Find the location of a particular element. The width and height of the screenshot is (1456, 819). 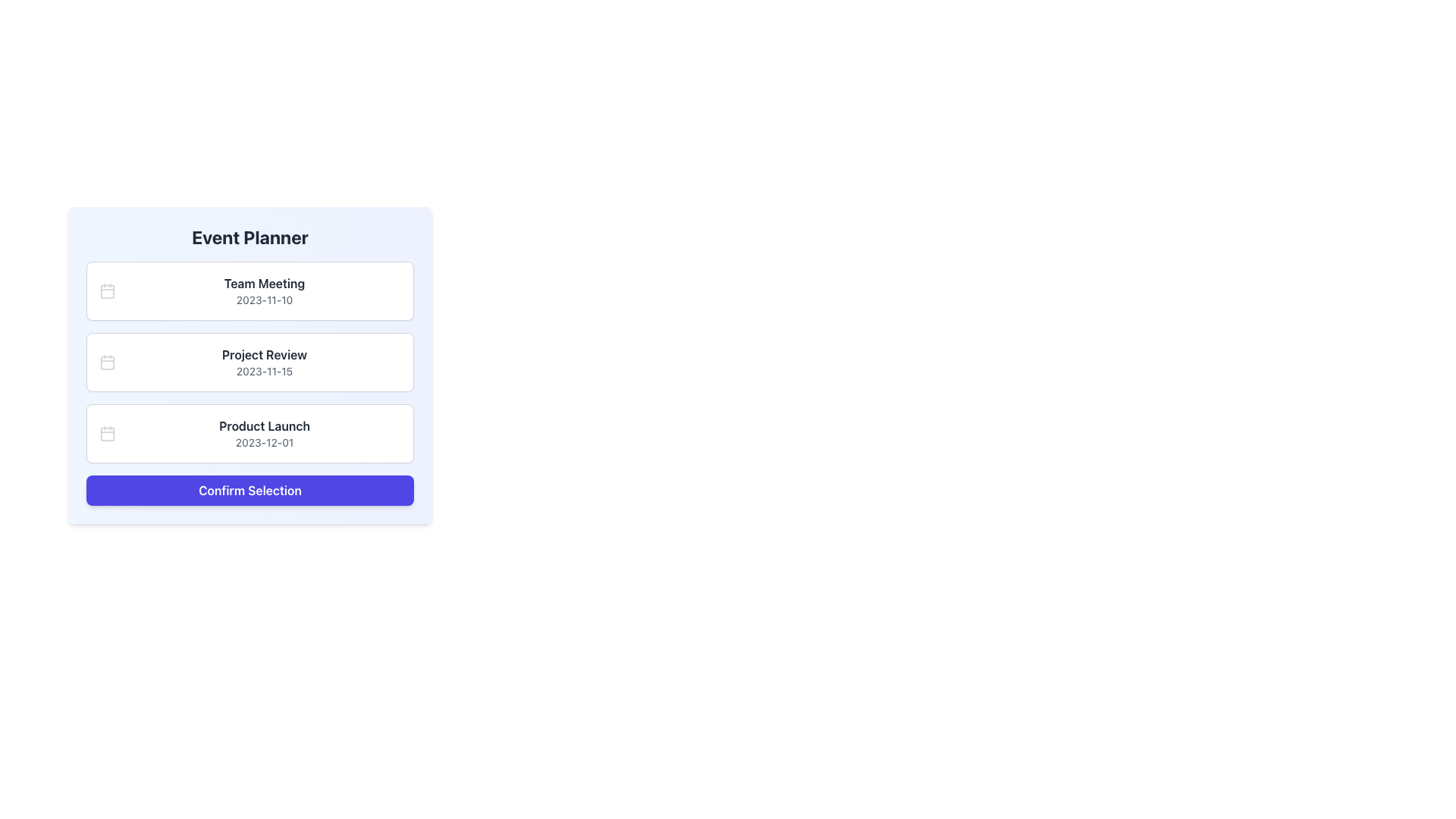

the calendar icon located to the left of the 'Team Meeting' text in the event planner component is located at coordinates (107, 291).